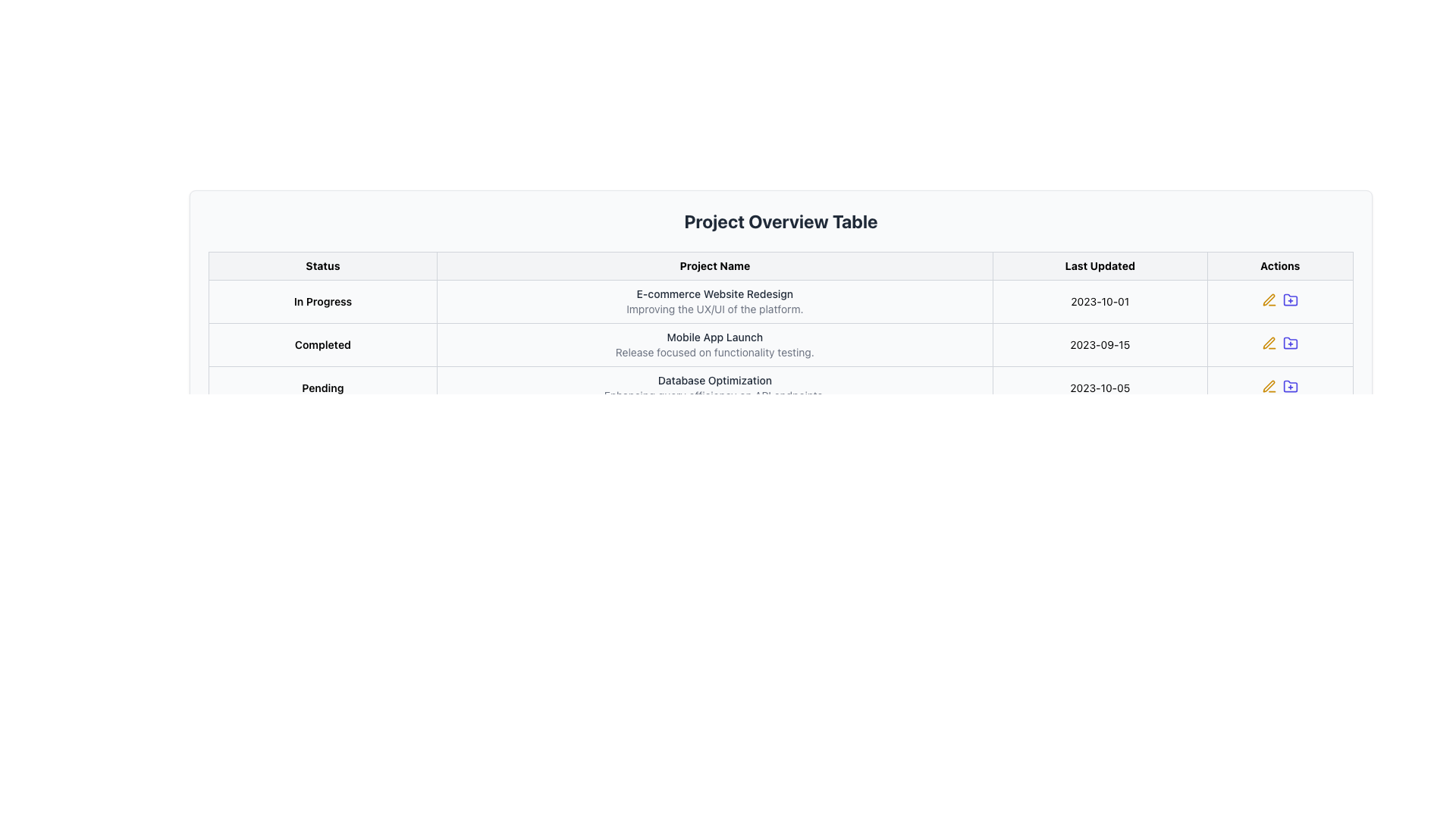  What do you see at coordinates (1290, 300) in the screenshot?
I see `the plus icon located in the top row of the 'Actions' column` at bounding box center [1290, 300].